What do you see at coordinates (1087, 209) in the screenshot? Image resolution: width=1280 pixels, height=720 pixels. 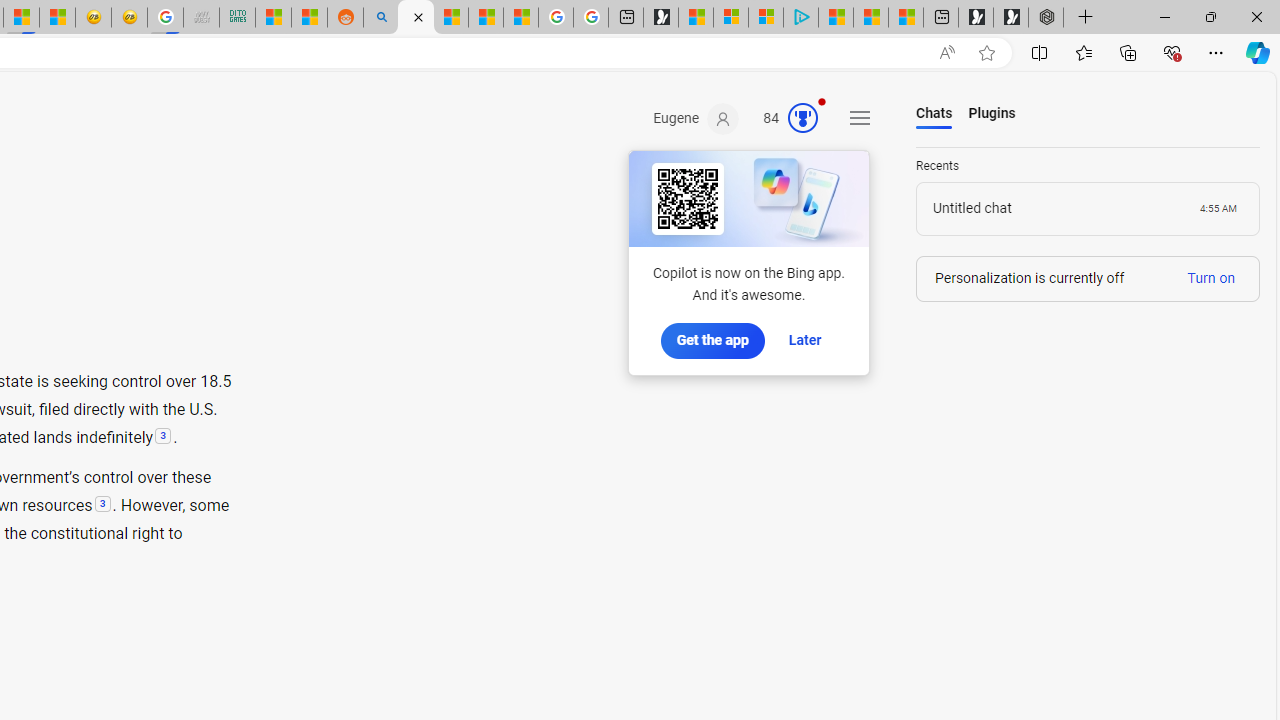 I see `'Load chat'` at bounding box center [1087, 209].